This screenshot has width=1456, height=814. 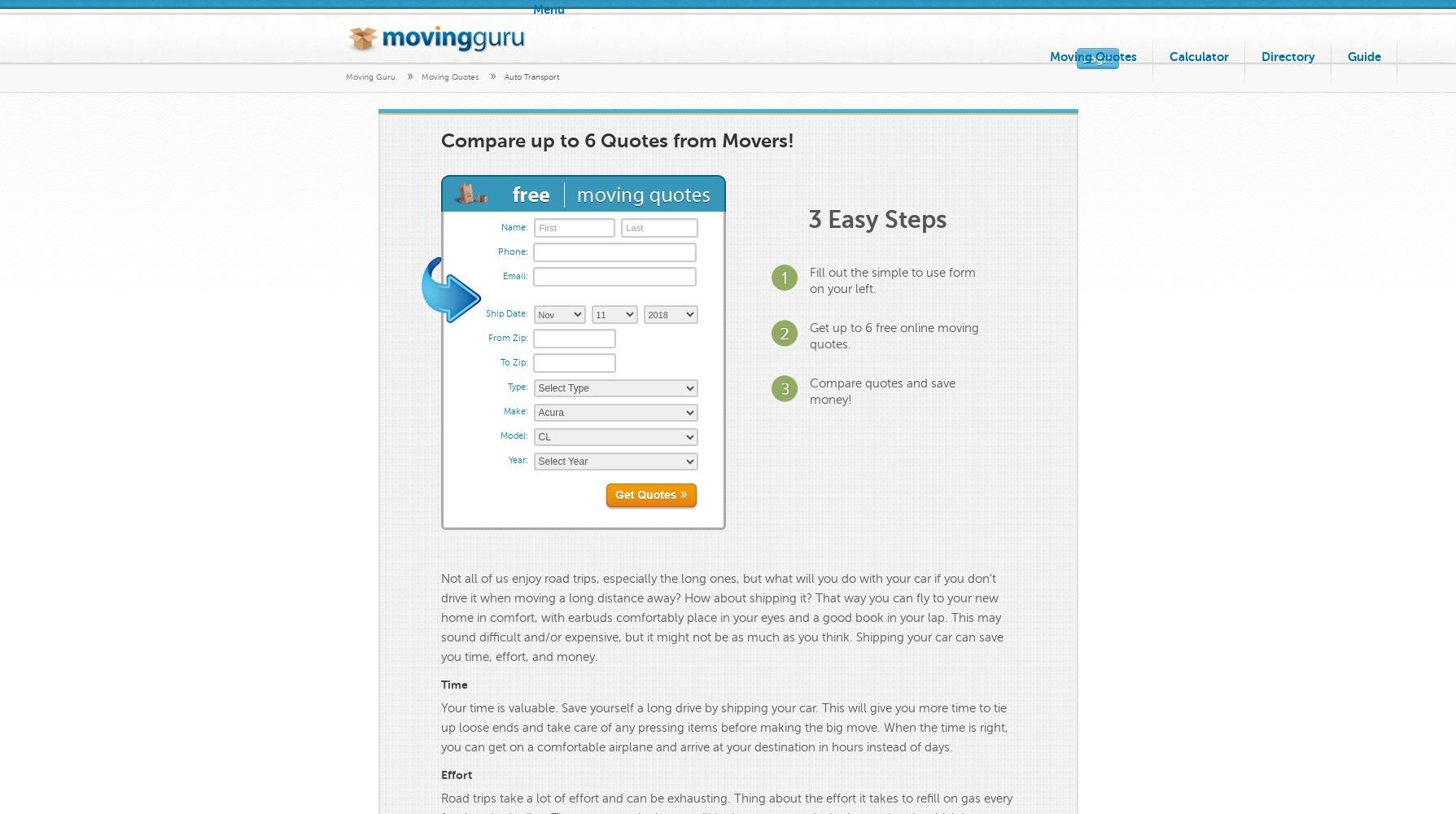 I want to click on 'From Zip:', so click(x=507, y=338).